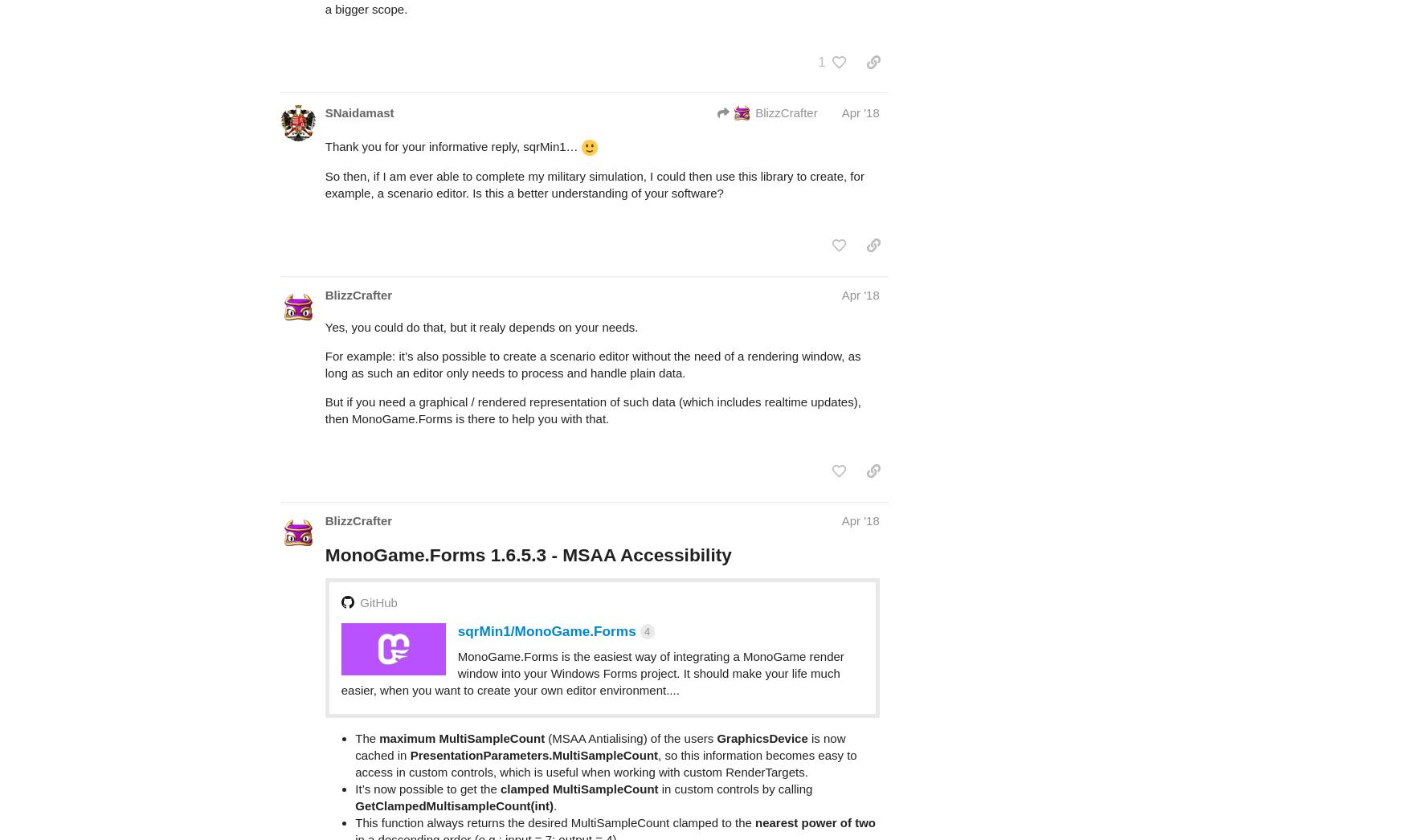 This screenshot has height=840, width=1406. What do you see at coordinates (504, 805) in the screenshot?
I see `'https://www.nuget.org/packages/MonoGame.Forms/'` at bounding box center [504, 805].